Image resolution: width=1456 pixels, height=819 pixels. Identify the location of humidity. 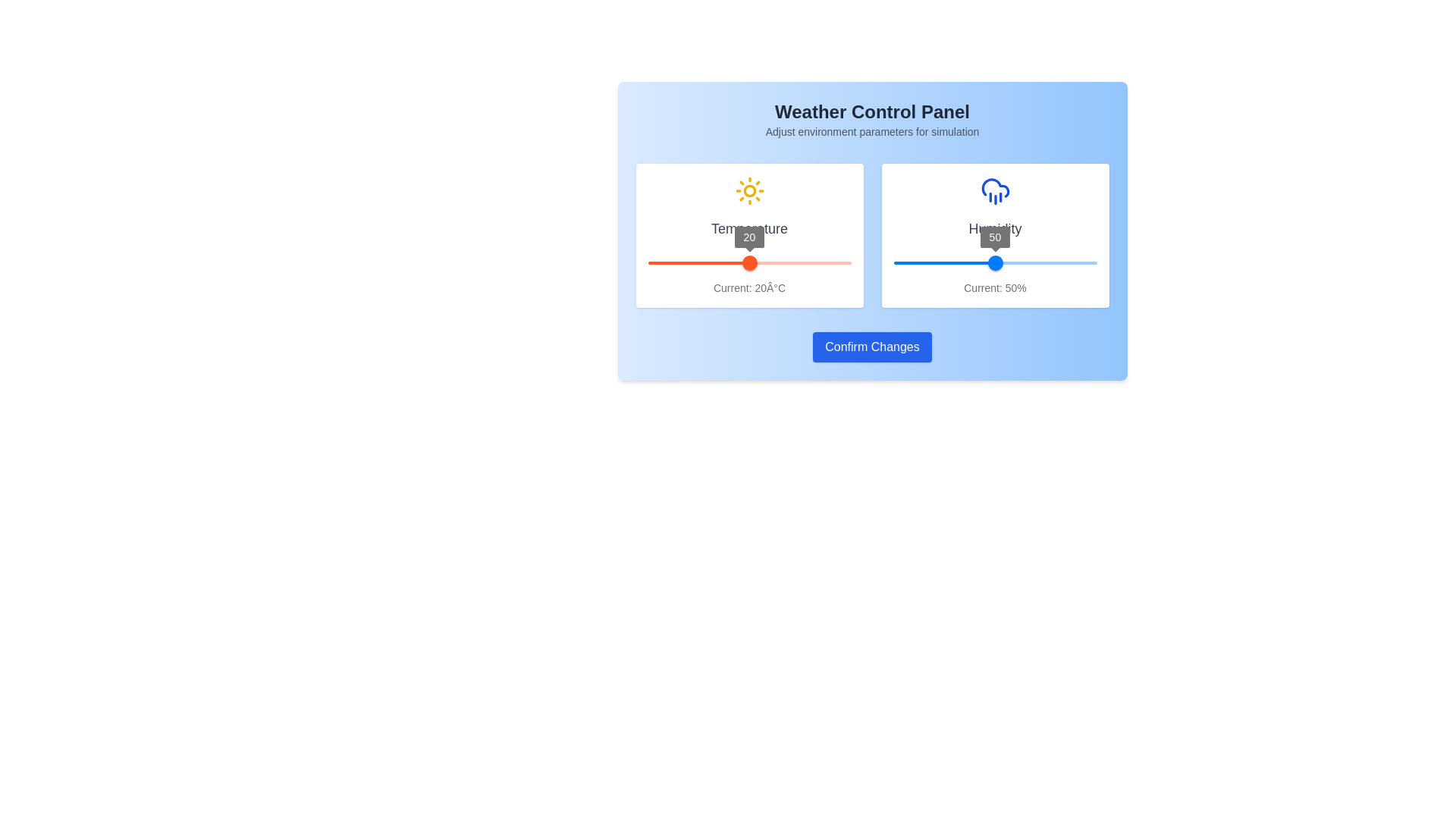
(1018, 262).